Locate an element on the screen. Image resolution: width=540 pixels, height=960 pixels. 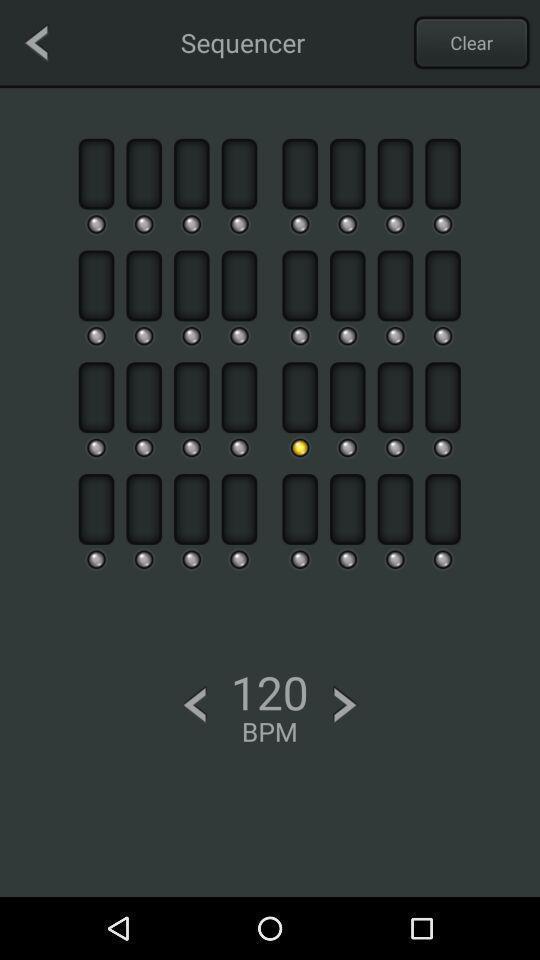
go back is located at coordinates (36, 41).